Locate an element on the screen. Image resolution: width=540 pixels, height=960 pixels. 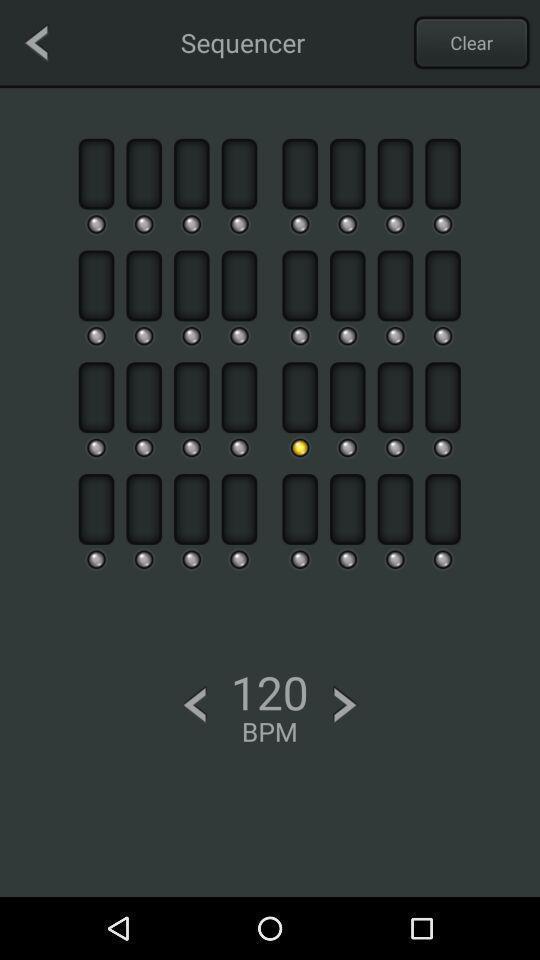
go back is located at coordinates (36, 41).